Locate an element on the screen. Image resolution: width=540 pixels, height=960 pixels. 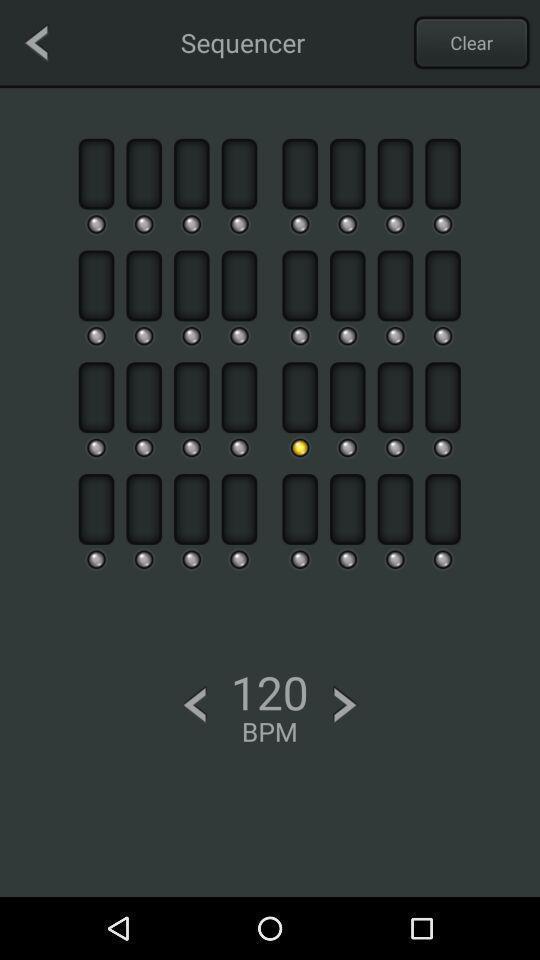
go back is located at coordinates (36, 41).